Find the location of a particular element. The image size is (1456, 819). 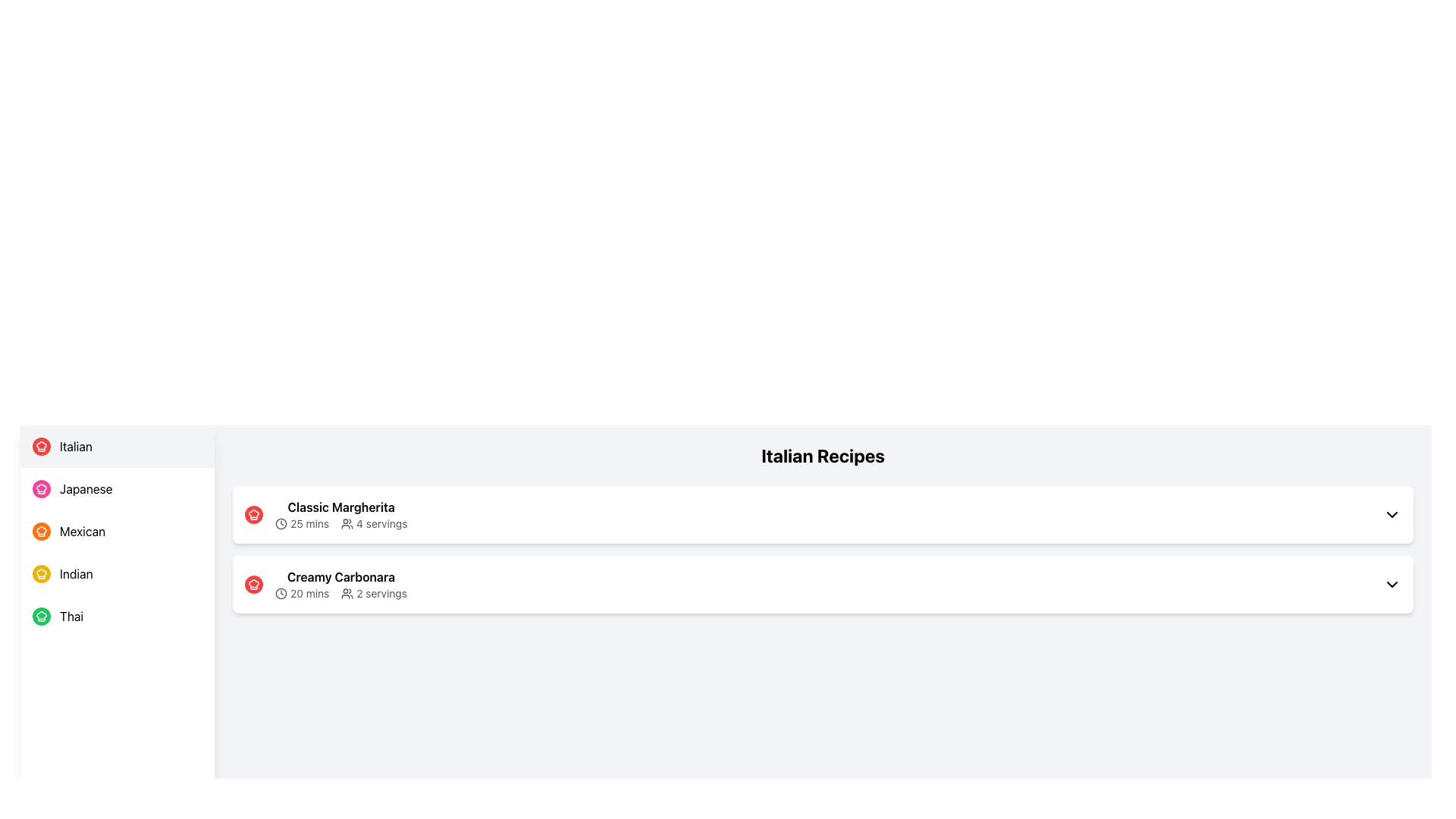

the pink circular icon with a white chef hat symbol is located at coordinates (41, 488).